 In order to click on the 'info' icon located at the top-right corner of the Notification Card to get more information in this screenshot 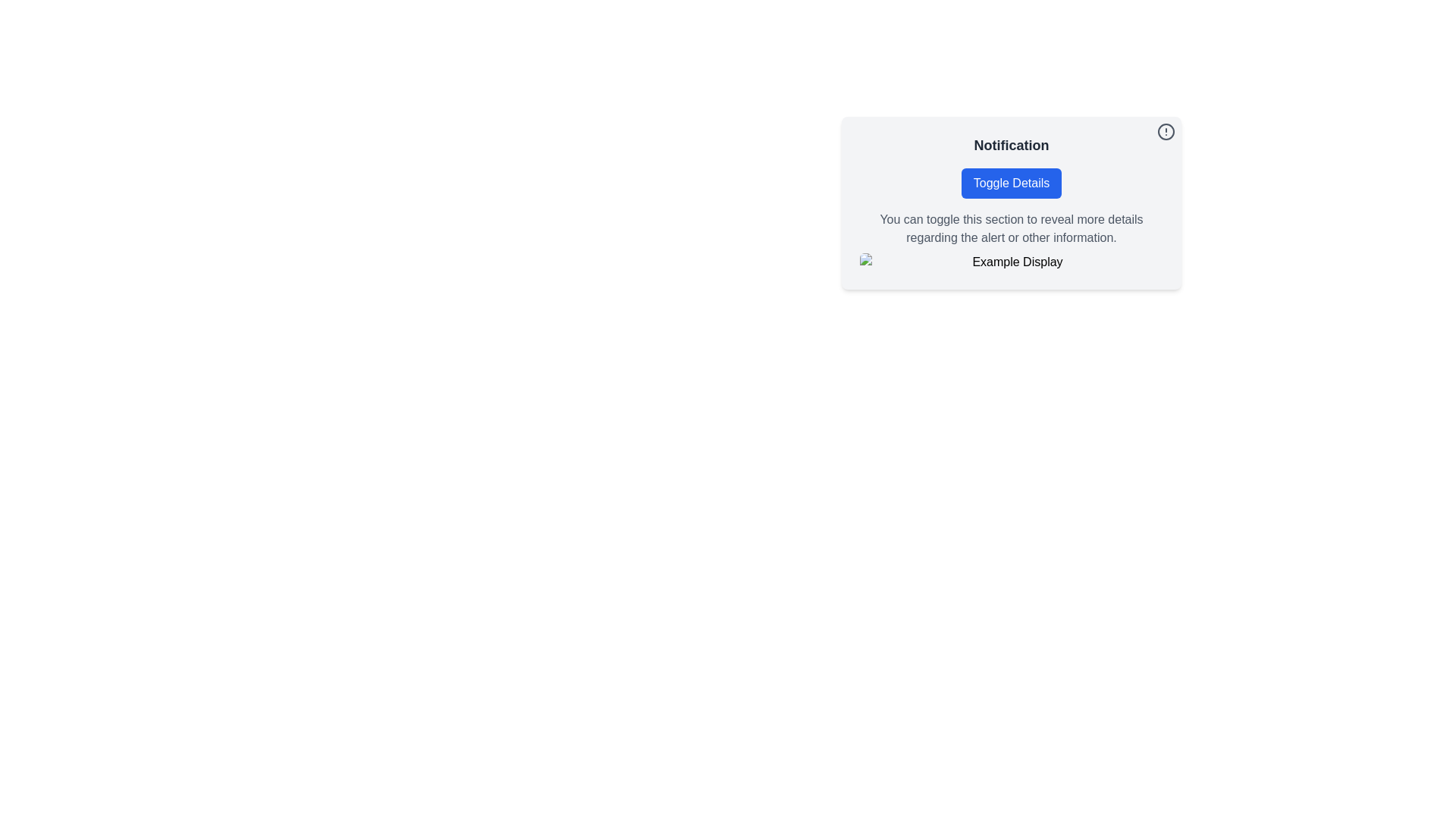, I will do `click(1012, 202)`.